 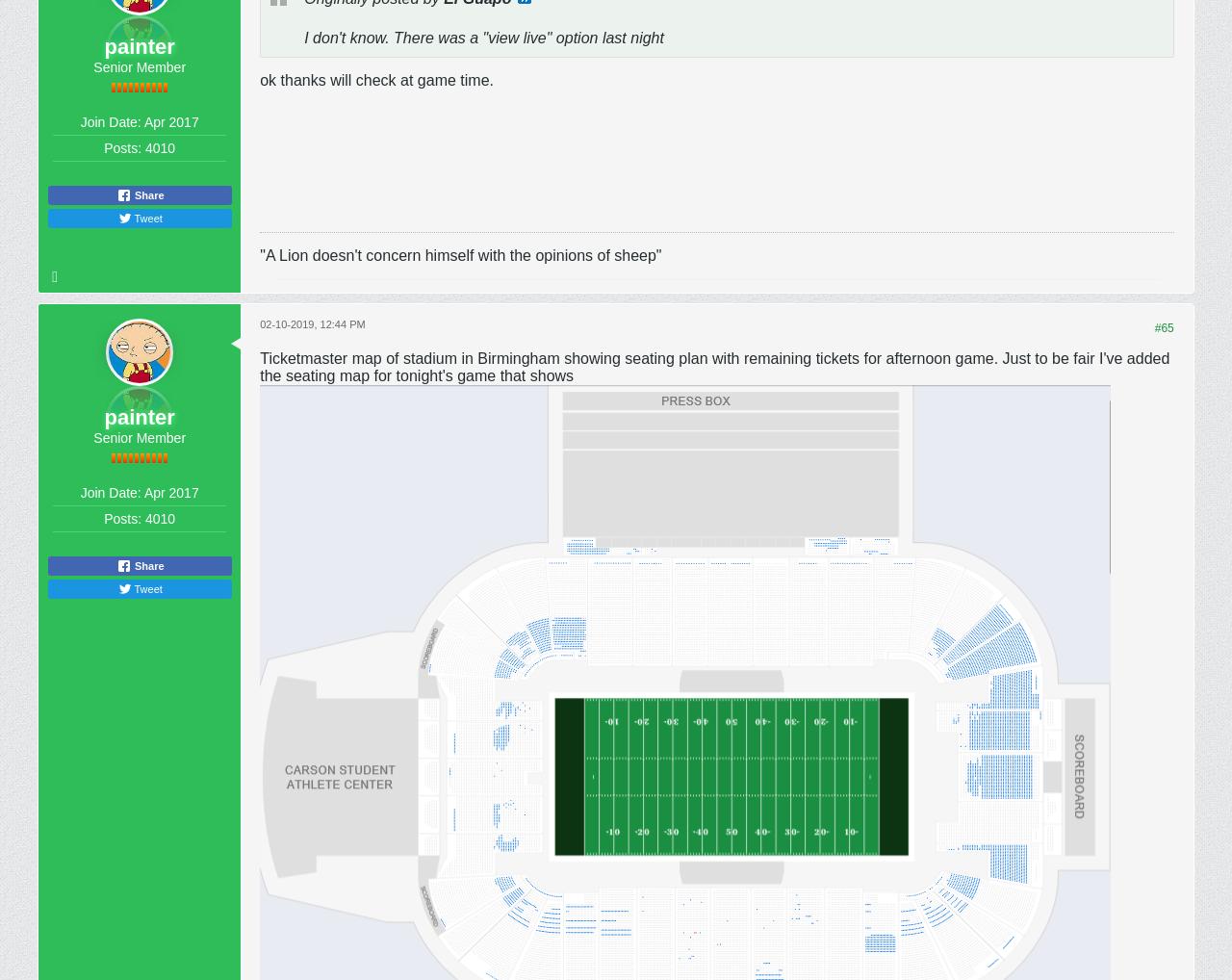 I want to click on 'I don't know. There was a "view live" option last night', so click(x=483, y=36).